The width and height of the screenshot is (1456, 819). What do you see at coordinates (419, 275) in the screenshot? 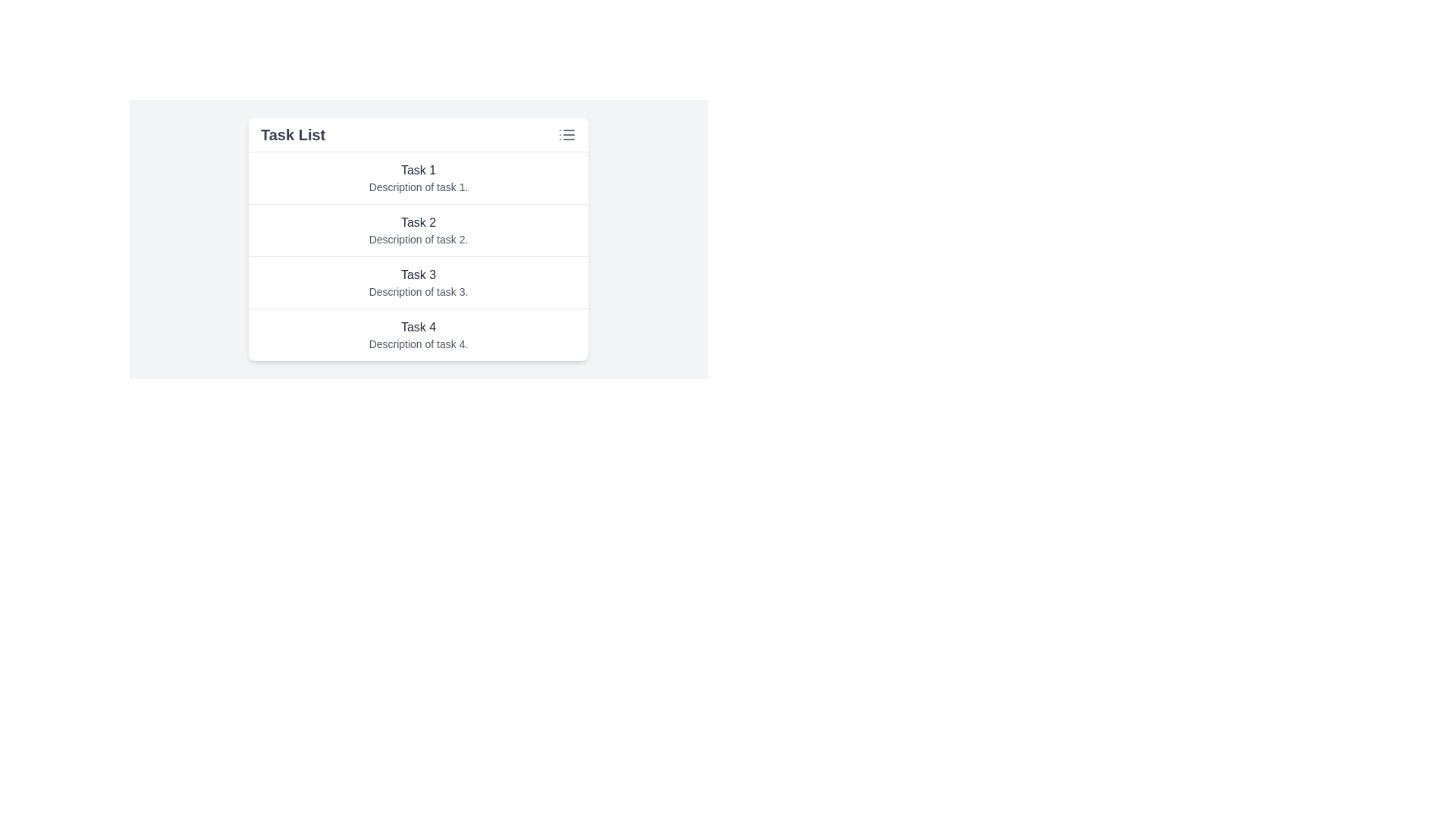
I see `the text label 'Task 3' which is styled prominently in gray, indicating it is the title of the third task in the 'Task List'` at bounding box center [419, 275].